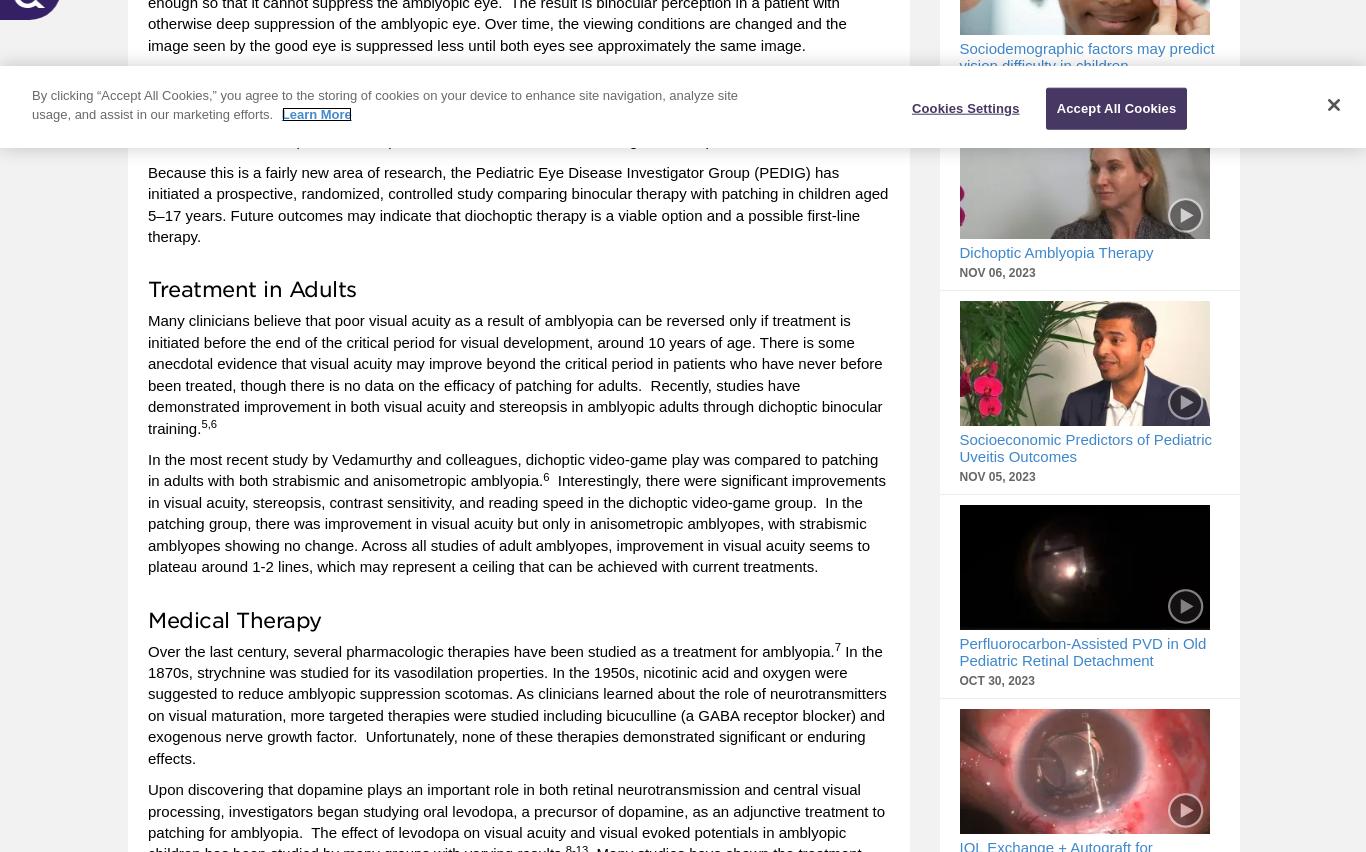 This screenshot has height=852, width=1366. I want to click on 'Nov 05, 2023', so click(997, 477).